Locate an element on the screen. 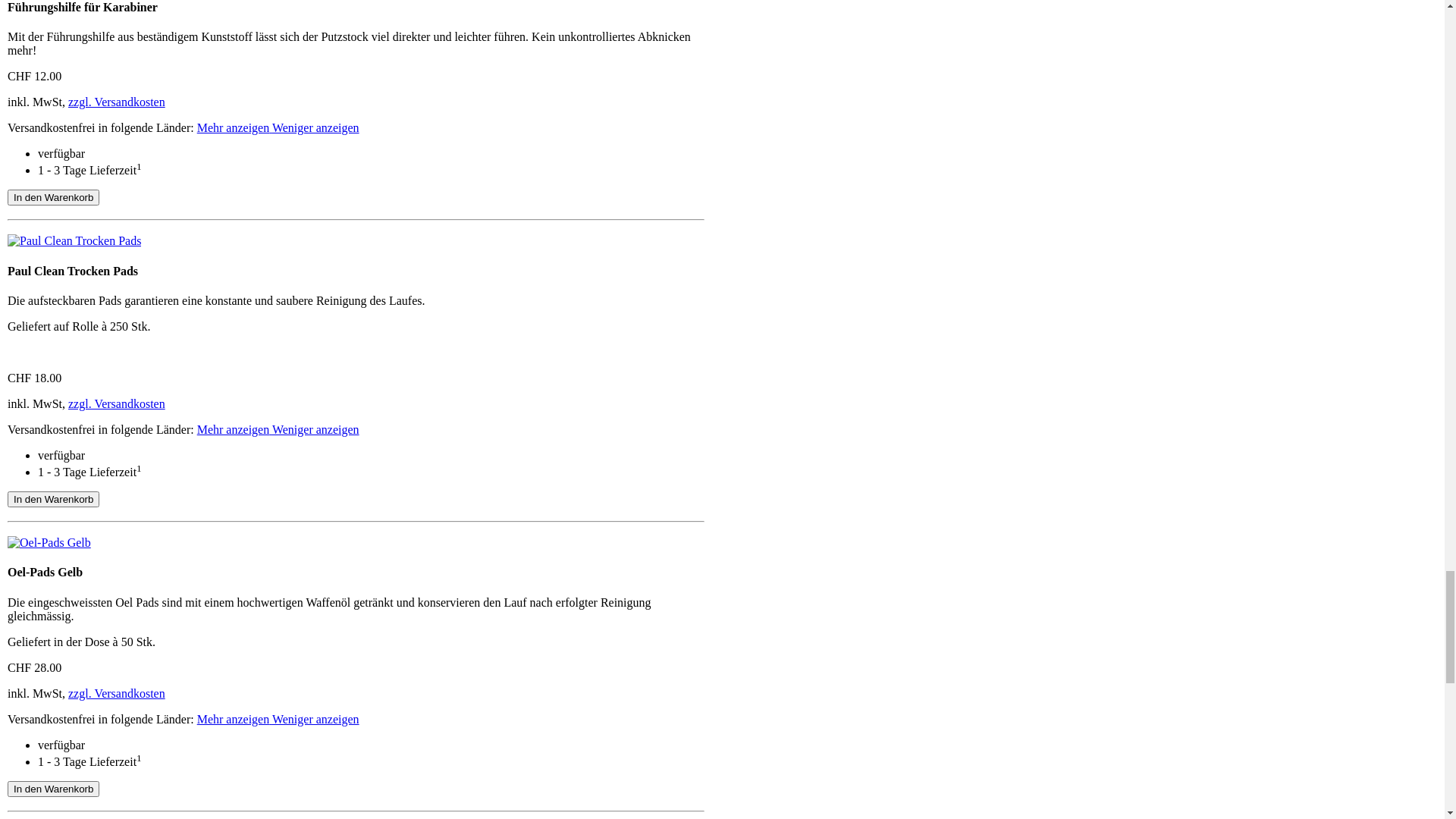  'Produkte' is located at coordinates (52, 209).